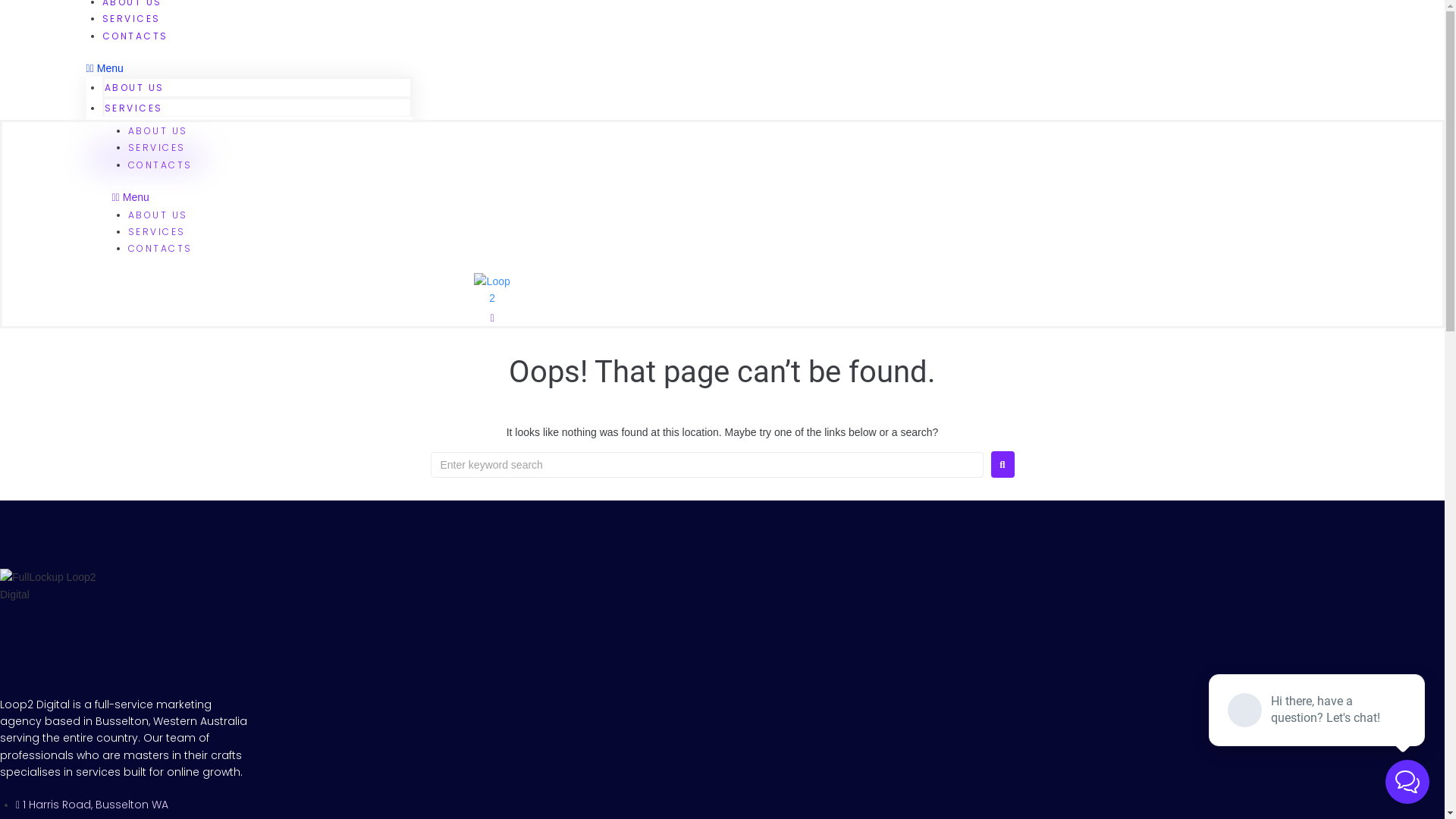 This screenshot has width=1456, height=819. I want to click on 'ABOUT US', so click(134, 87).